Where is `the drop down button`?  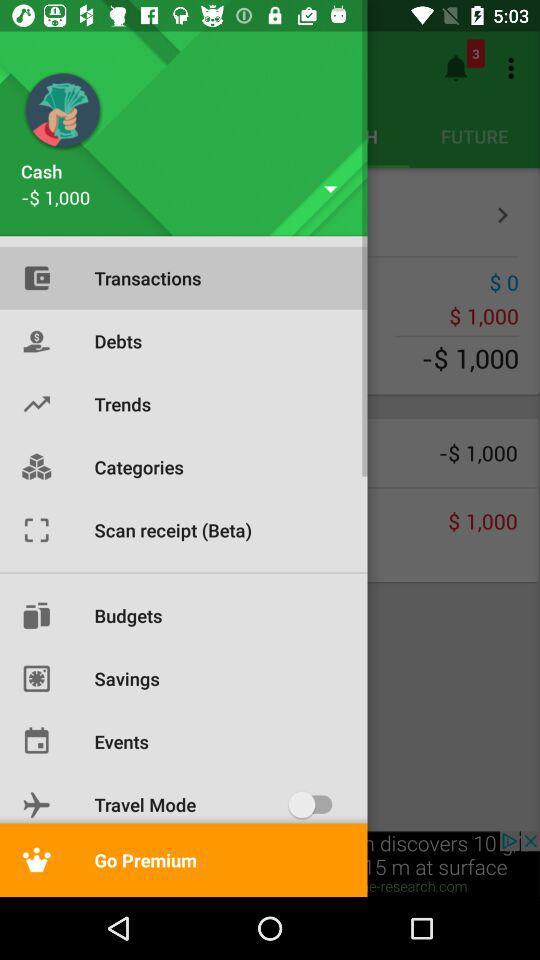 the drop down button is located at coordinates (331, 189).